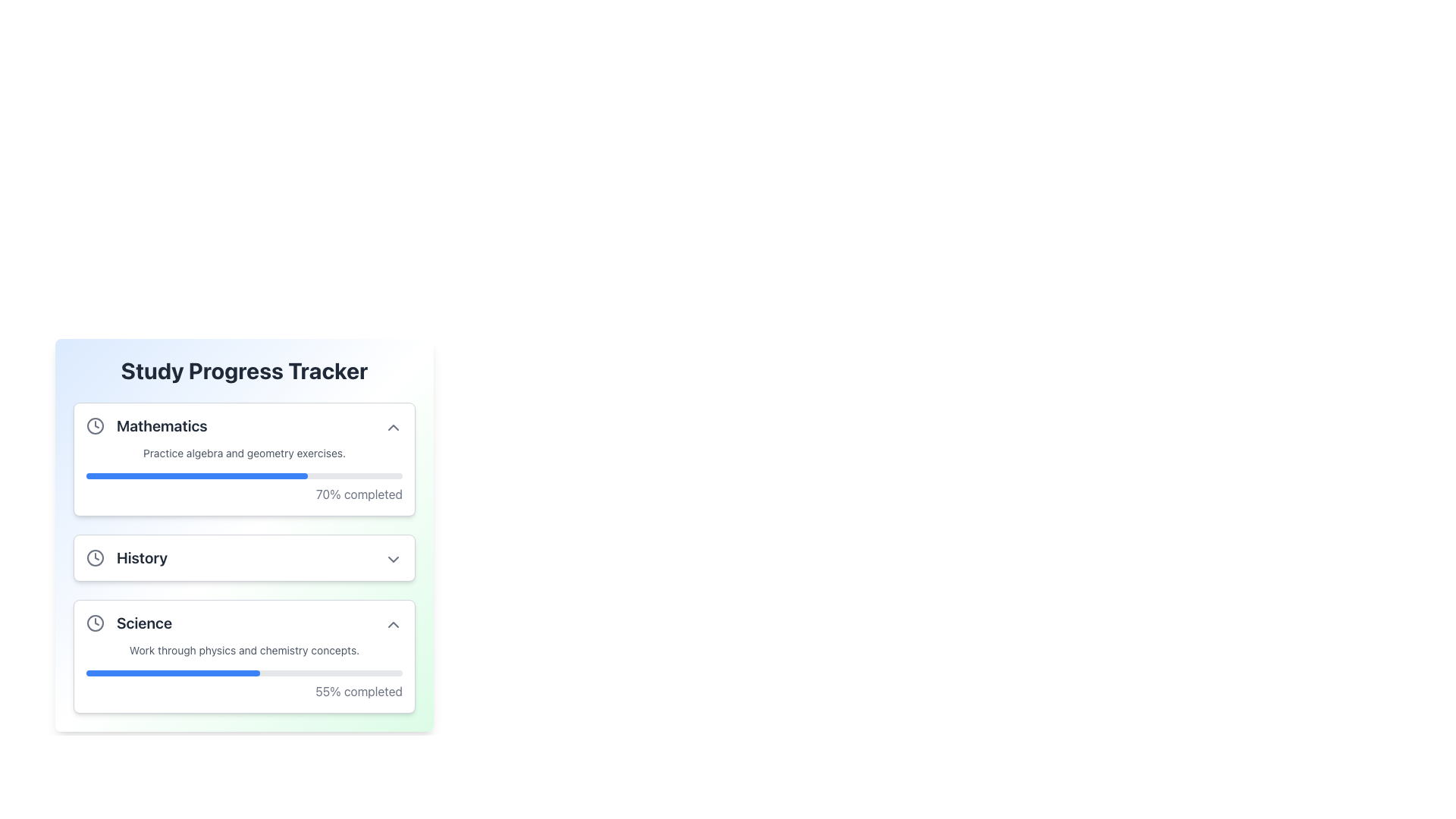  I want to click on the 'History' card, which is the second card in the vertical list of the 'Study Progress Tracker' section, so click(244, 558).